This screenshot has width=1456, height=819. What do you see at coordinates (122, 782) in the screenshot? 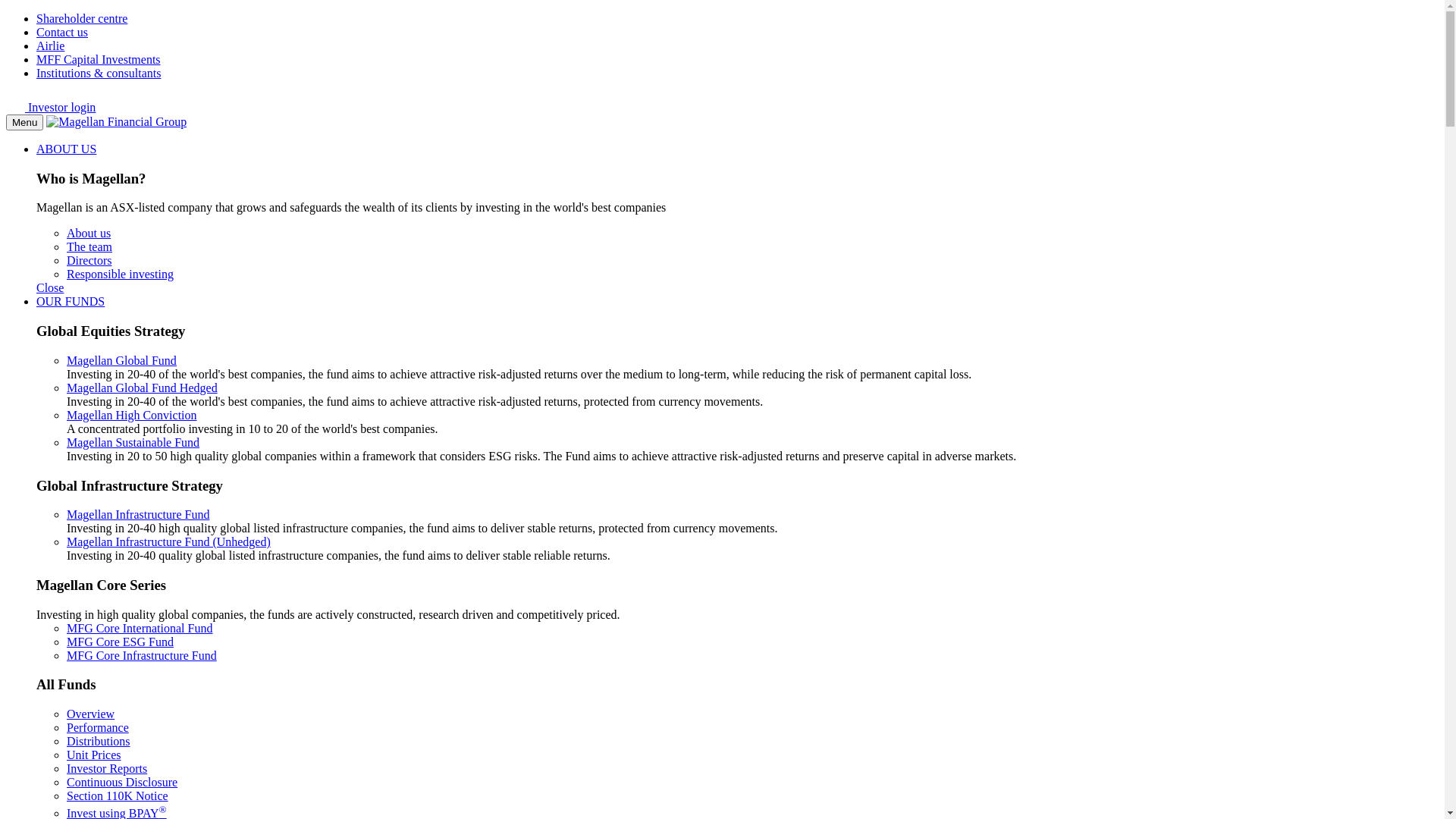
I see `'Continuous Disclosure'` at bounding box center [122, 782].